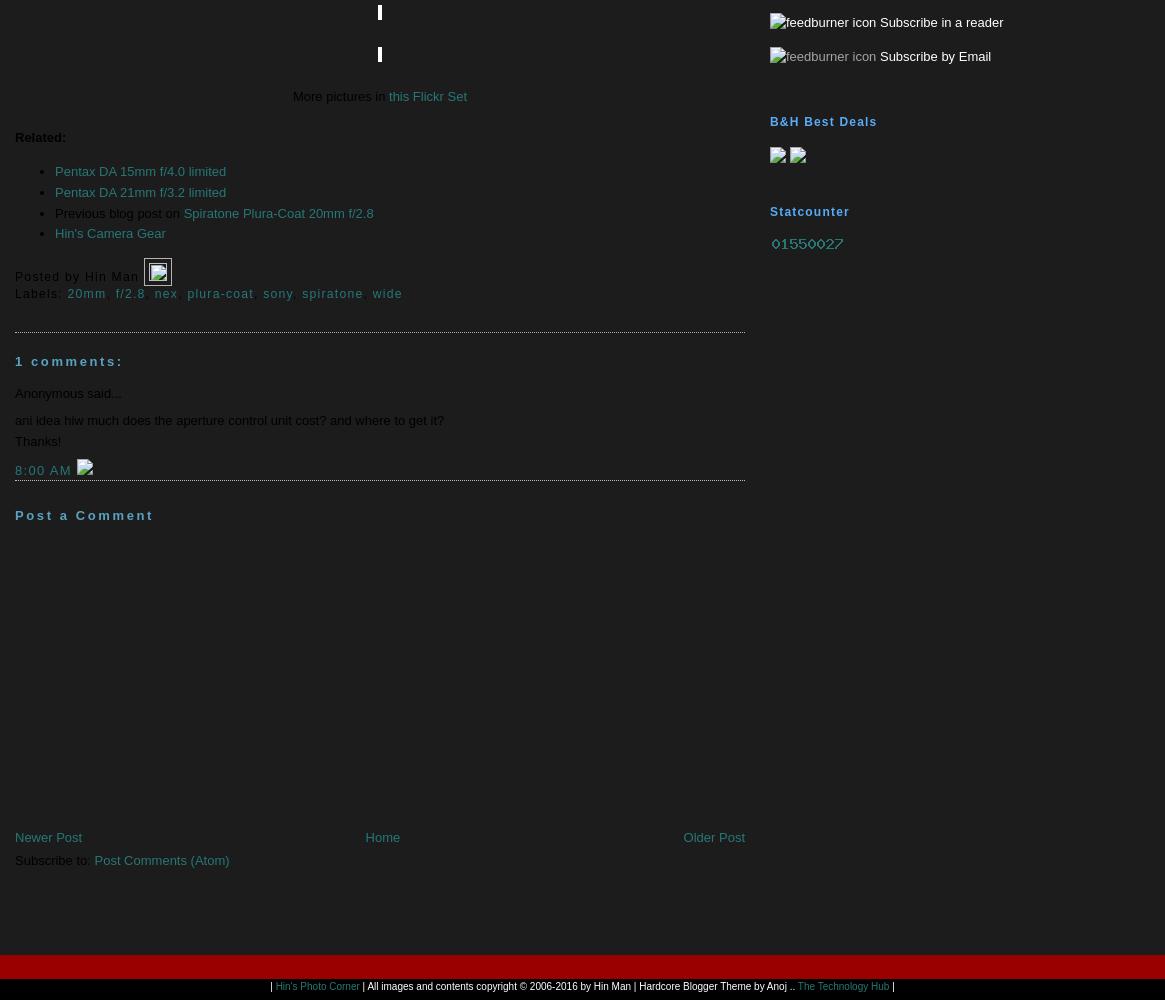  What do you see at coordinates (15, 359) in the screenshot?
I see `'1 comments:'` at bounding box center [15, 359].